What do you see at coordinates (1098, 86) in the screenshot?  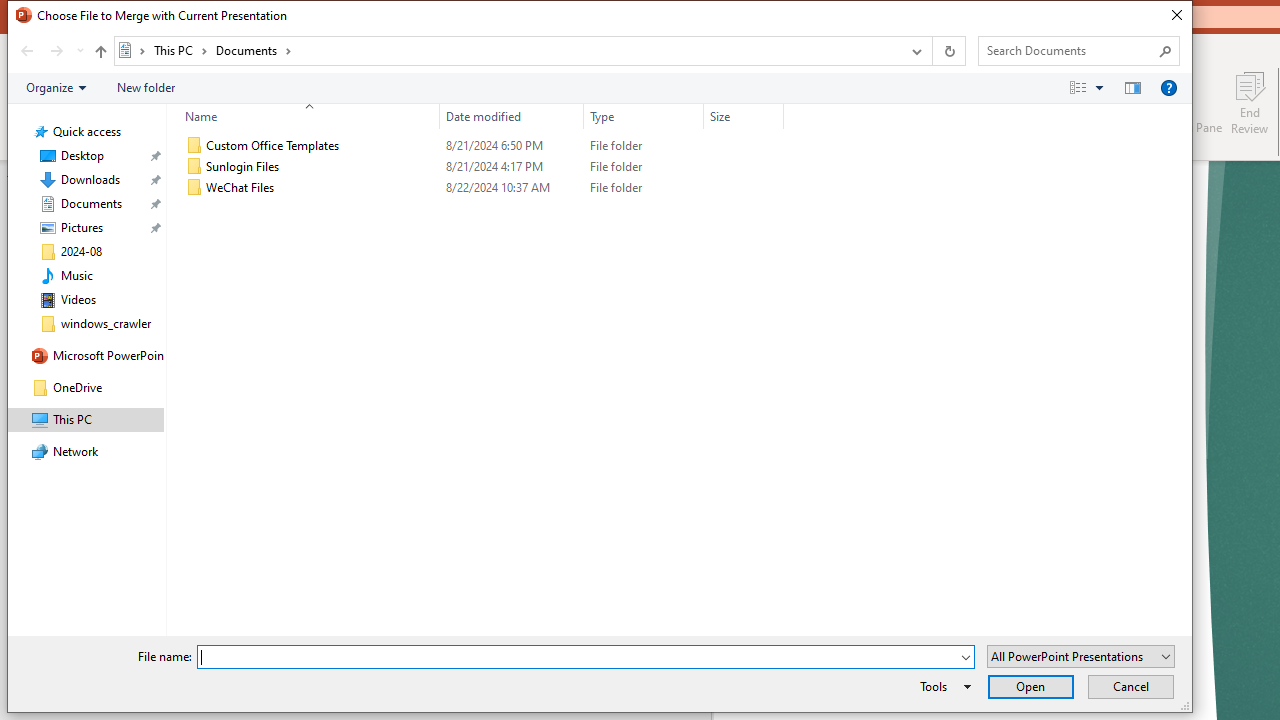 I see `'View Slider'` at bounding box center [1098, 86].